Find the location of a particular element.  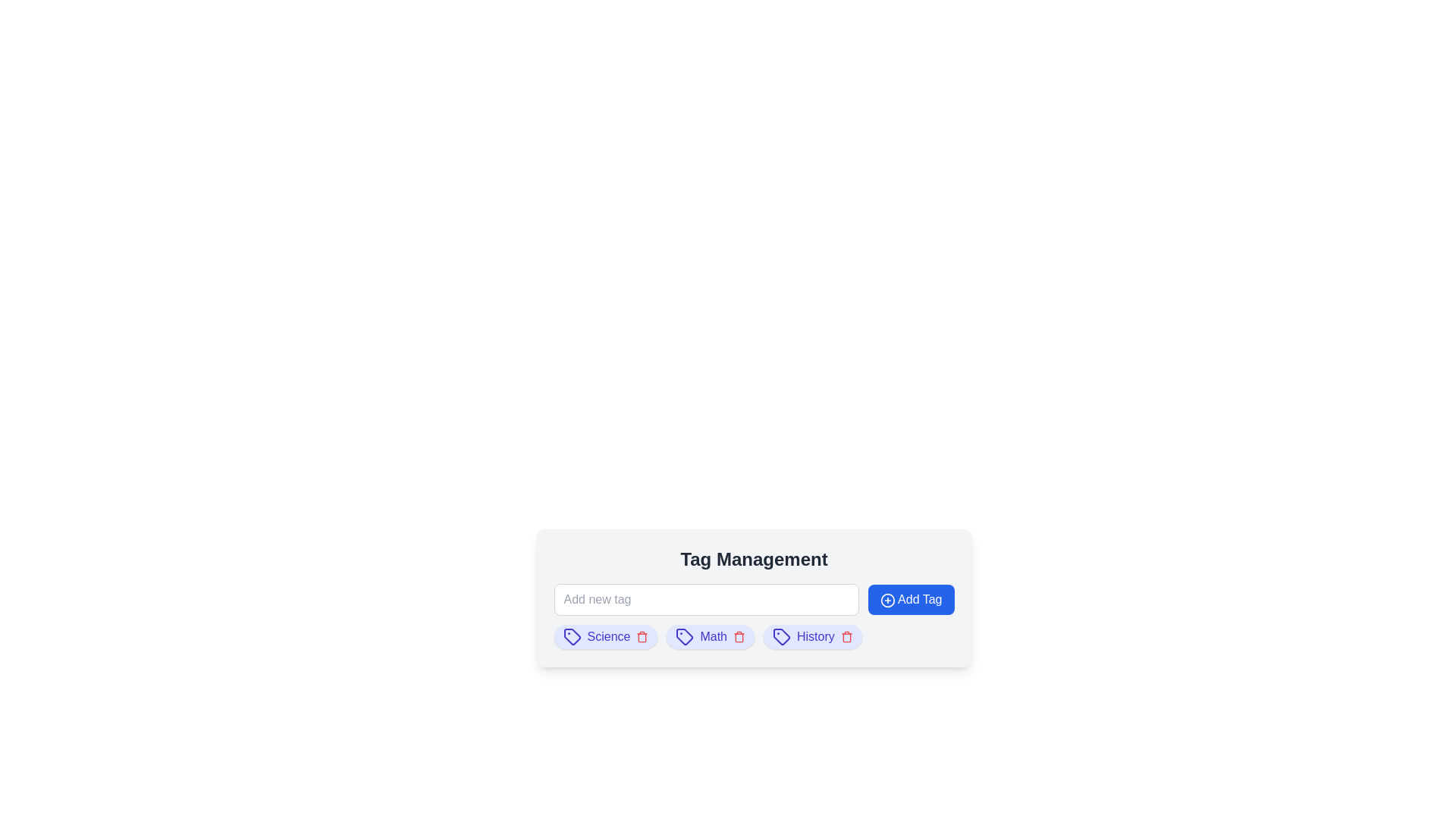

the 'Add Tag' button located at the rightmost position of the 'Tag Management' section is located at coordinates (910, 598).